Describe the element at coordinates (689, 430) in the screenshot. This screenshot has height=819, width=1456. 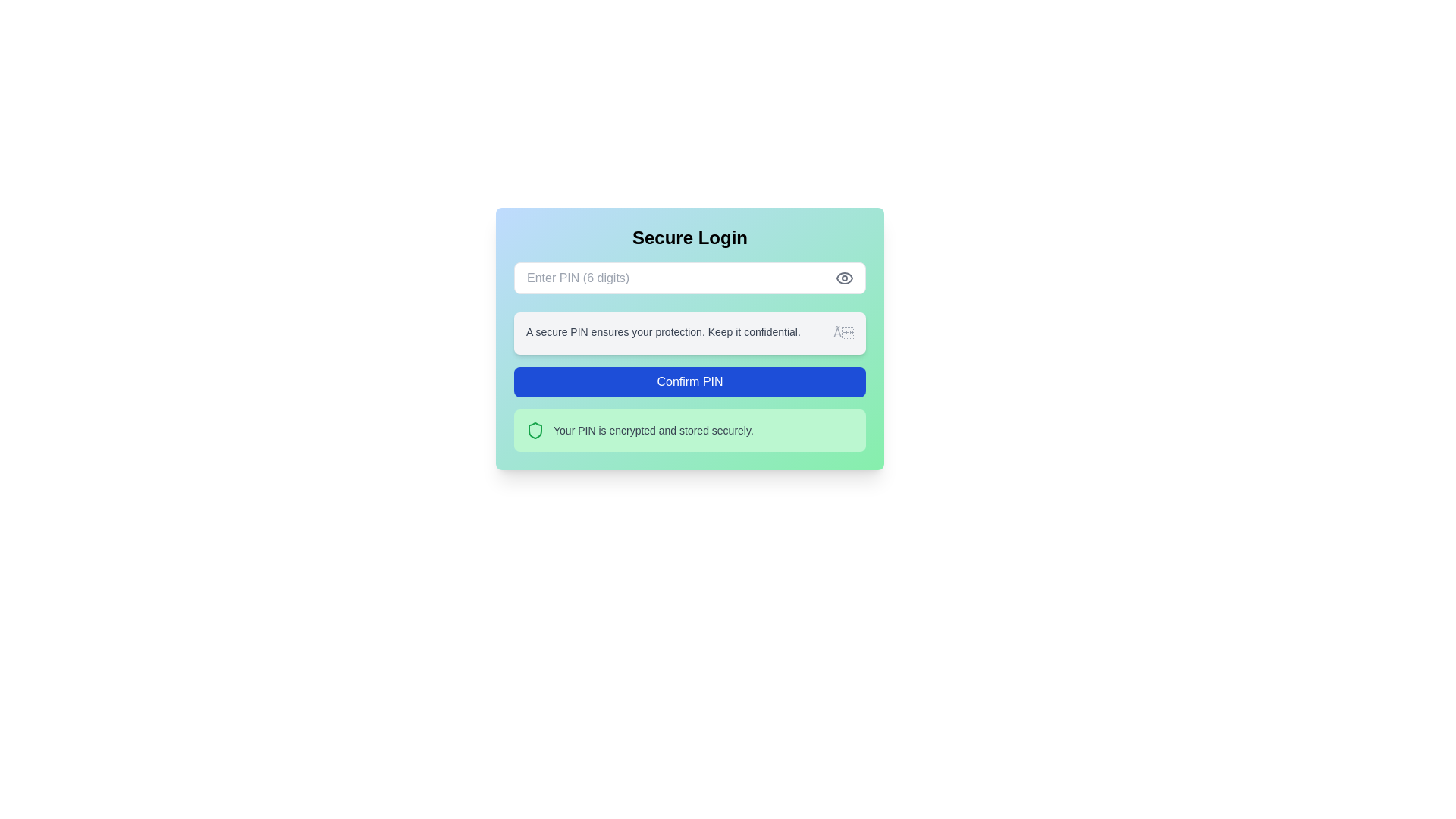
I see `the informational message box that has a green background and rounded corners, featuring a shield icon and the text 'Your PIN is encrypted and stored securely.'` at that location.